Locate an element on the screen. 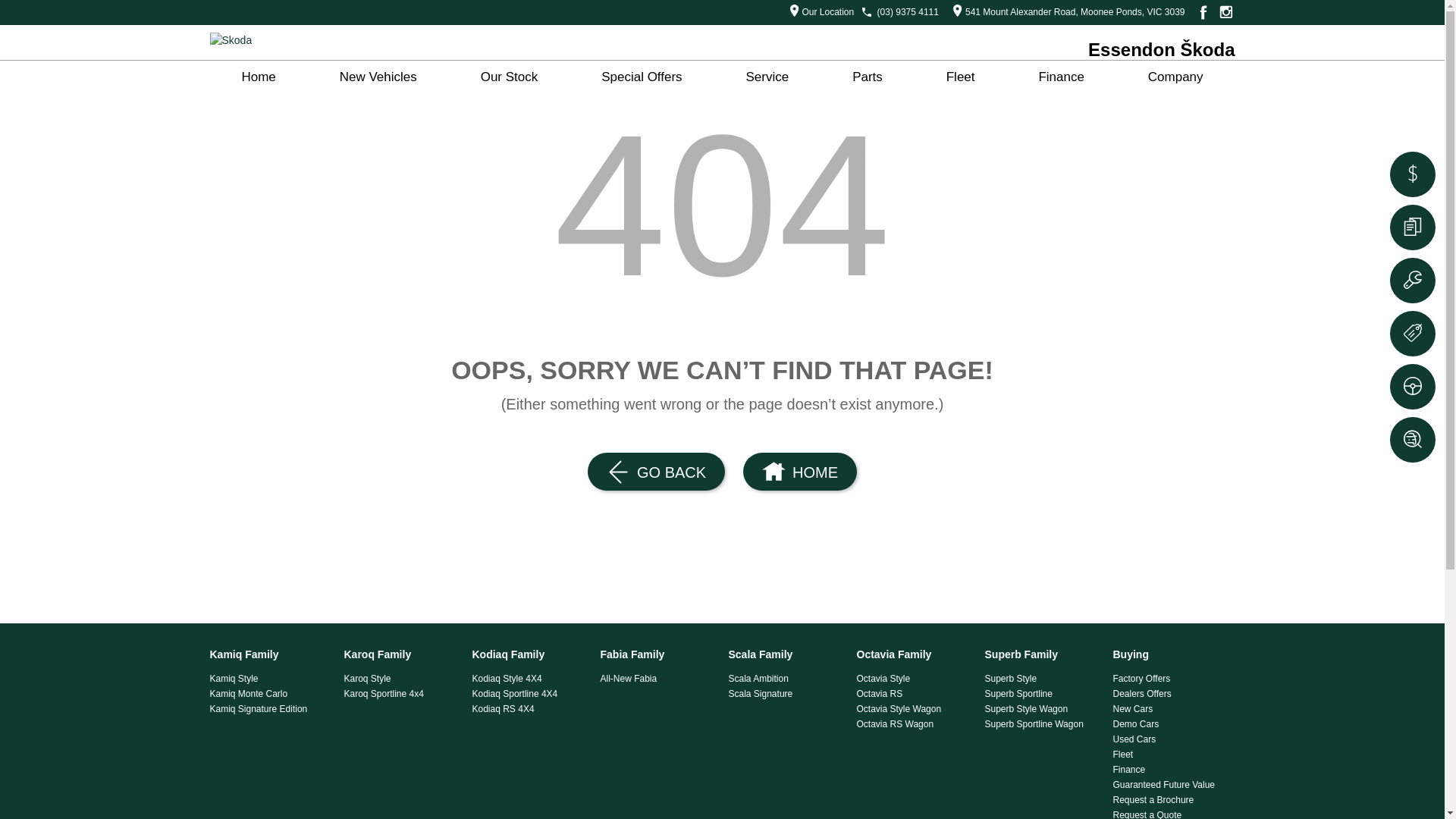  'Kamiq Style' is located at coordinates (267, 677).